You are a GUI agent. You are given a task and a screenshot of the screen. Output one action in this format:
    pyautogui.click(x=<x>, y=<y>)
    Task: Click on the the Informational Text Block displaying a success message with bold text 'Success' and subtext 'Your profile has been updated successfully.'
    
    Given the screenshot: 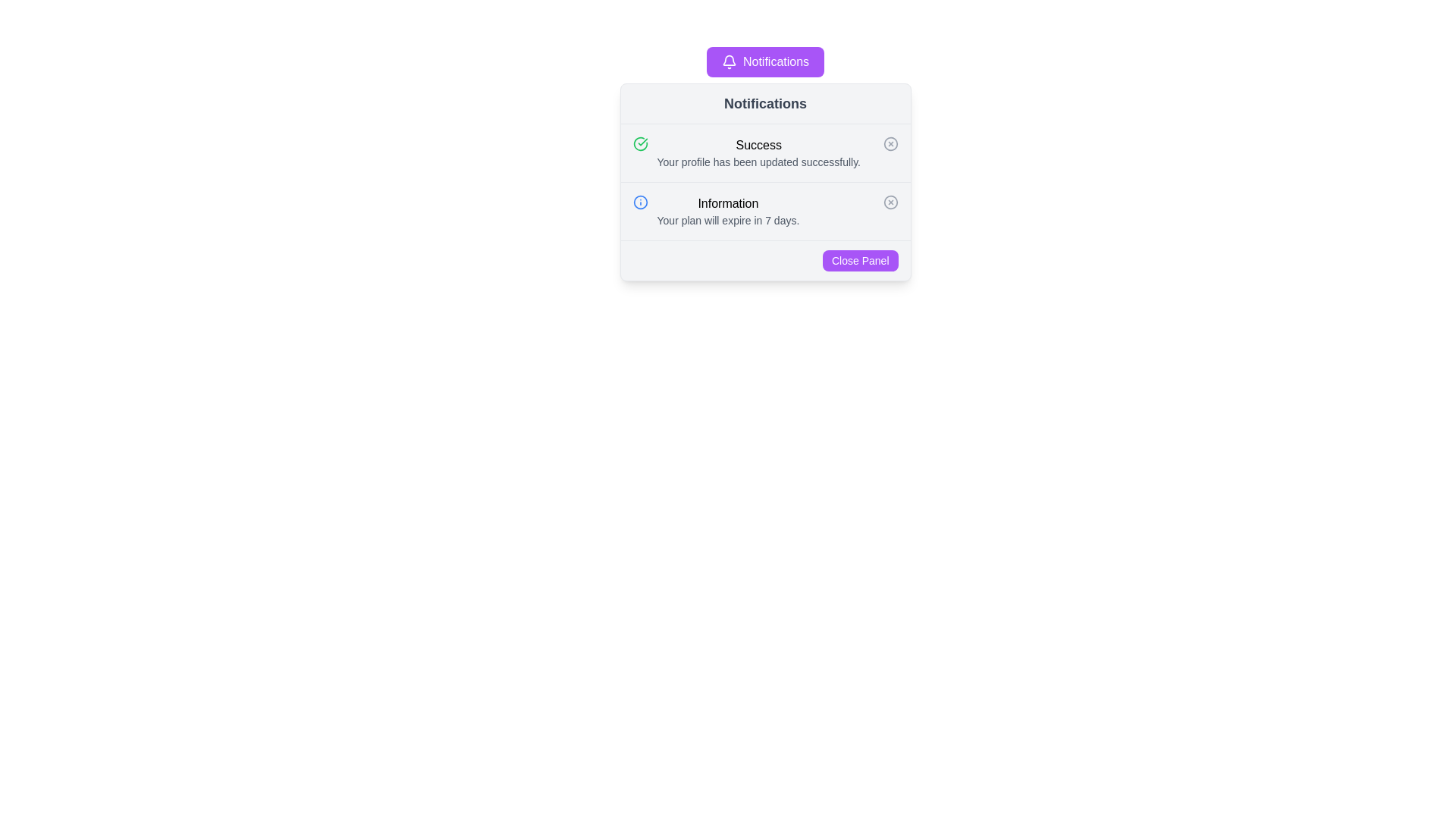 What is the action you would take?
    pyautogui.click(x=758, y=152)
    